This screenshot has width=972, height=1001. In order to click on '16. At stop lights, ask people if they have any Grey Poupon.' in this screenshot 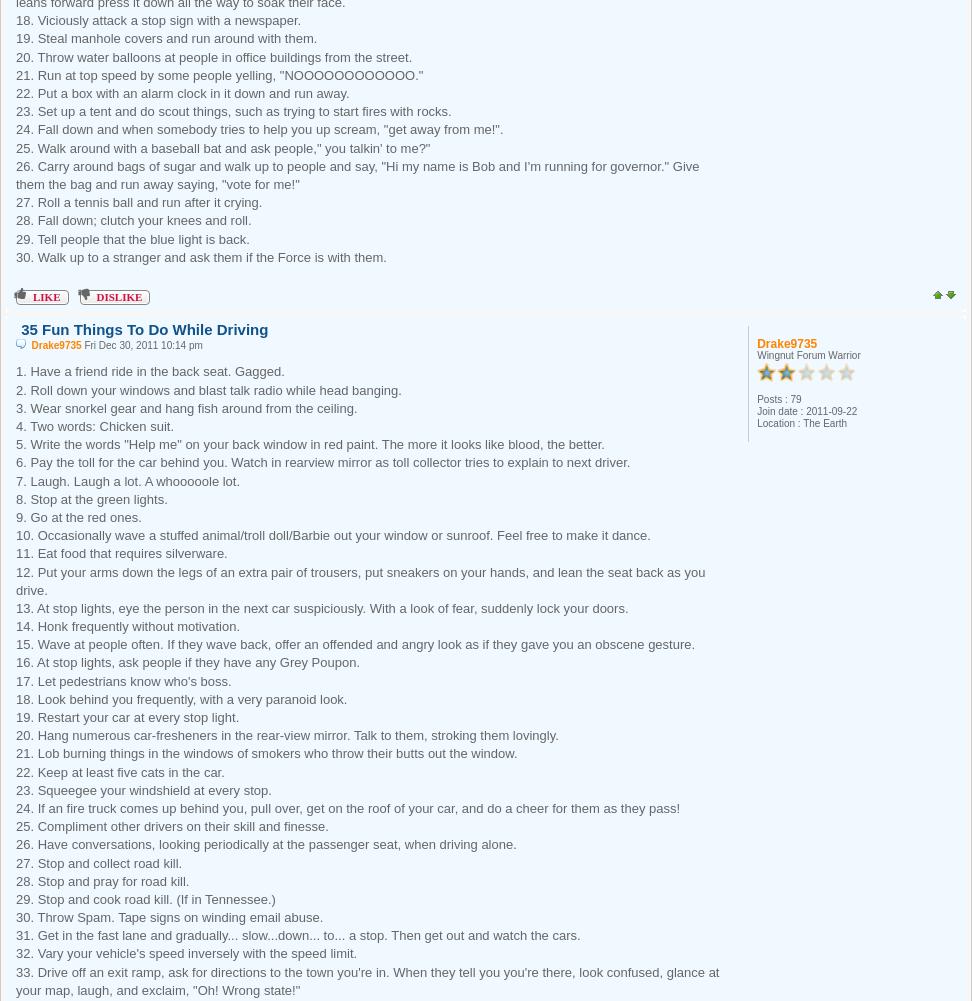, I will do `click(186, 661)`.